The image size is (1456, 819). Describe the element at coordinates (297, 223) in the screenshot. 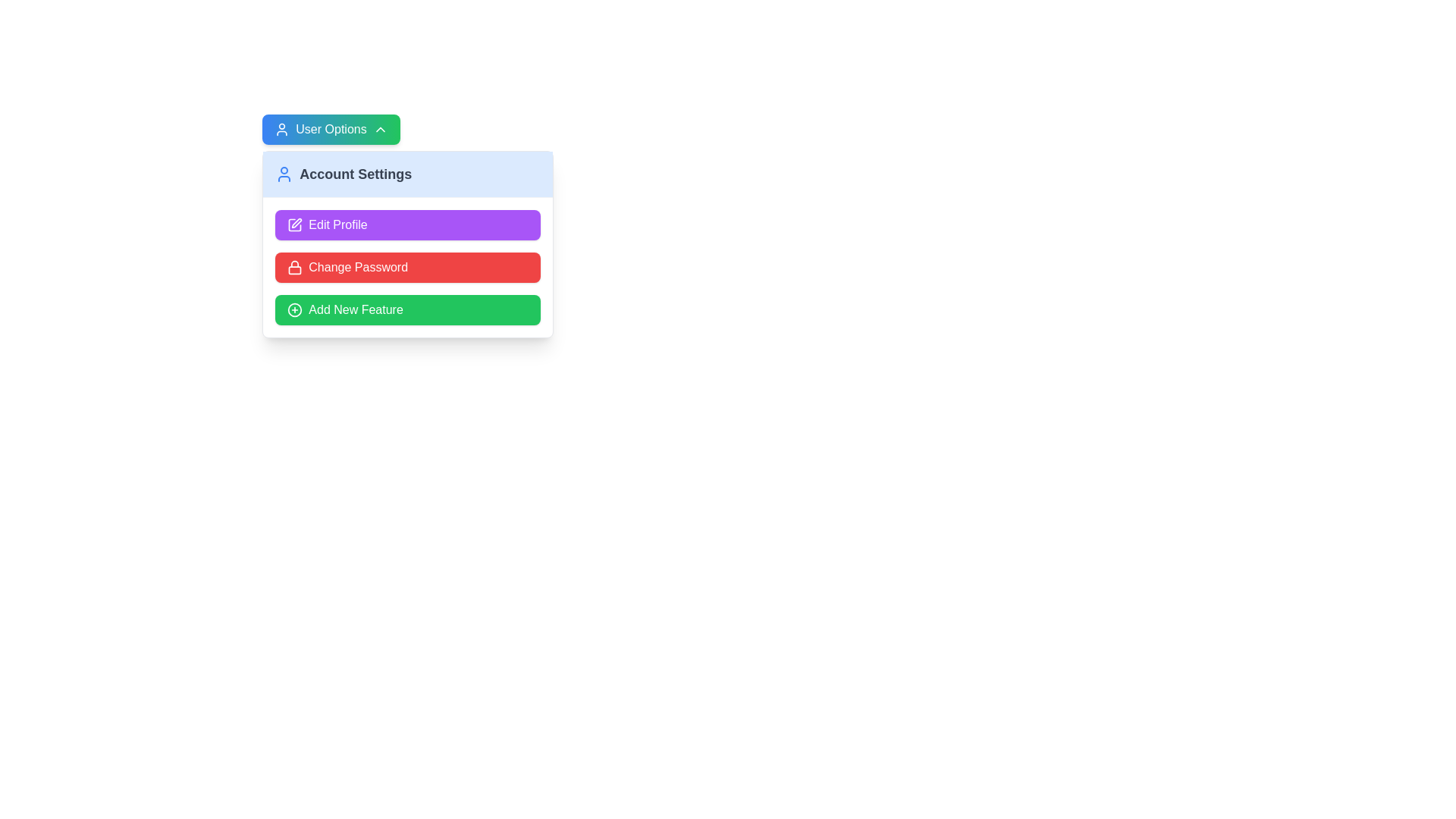

I see `the edit icon inside the 'Edit Profile' button located in the 'Account Settings' dropdown menu` at that location.